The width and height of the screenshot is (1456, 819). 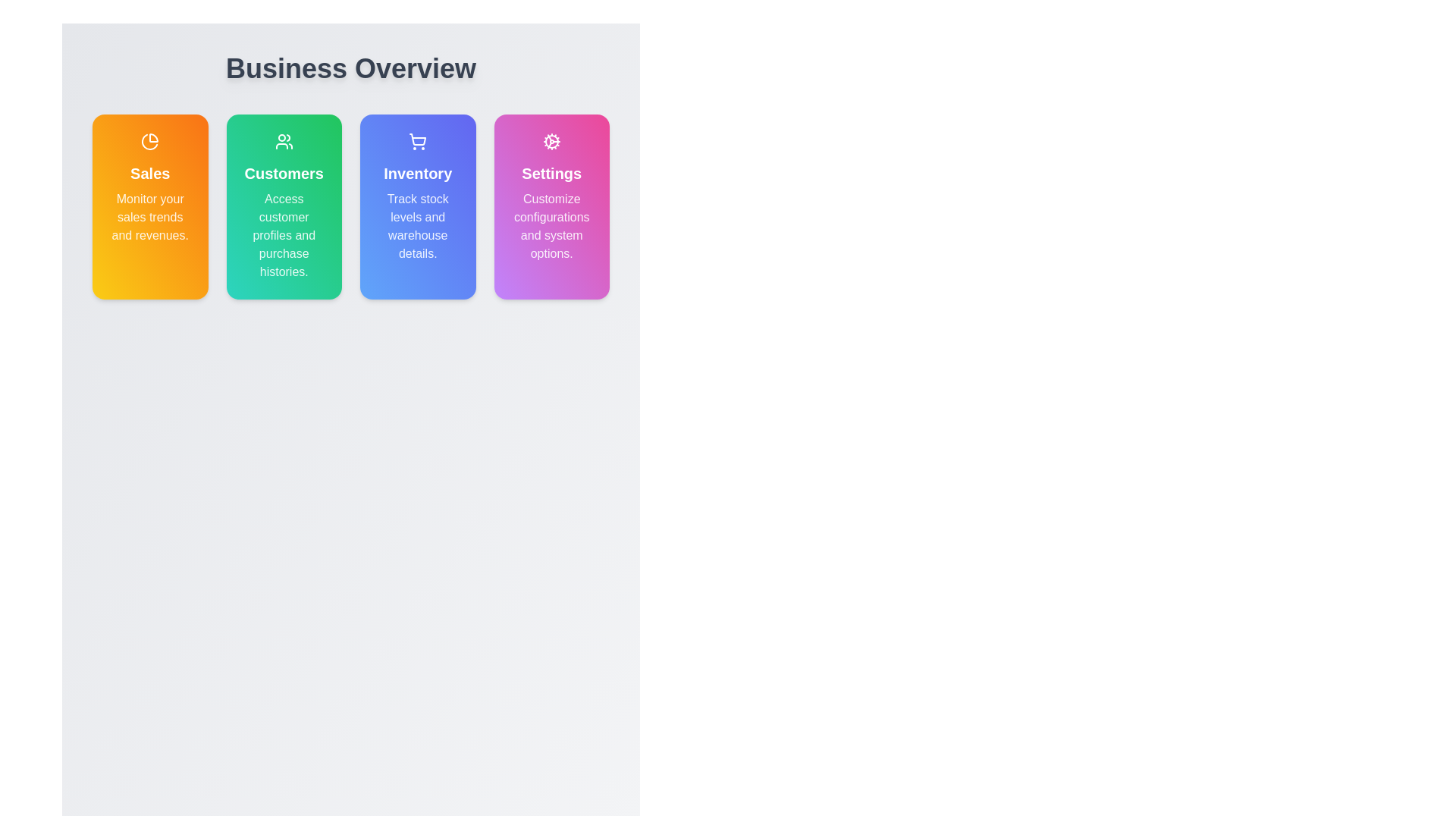 What do you see at coordinates (551, 141) in the screenshot?
I see `the circular-shaped icon within the gear icon in the Settings card, located at the rightmost part of the interface` at bounding box center [551, 141].